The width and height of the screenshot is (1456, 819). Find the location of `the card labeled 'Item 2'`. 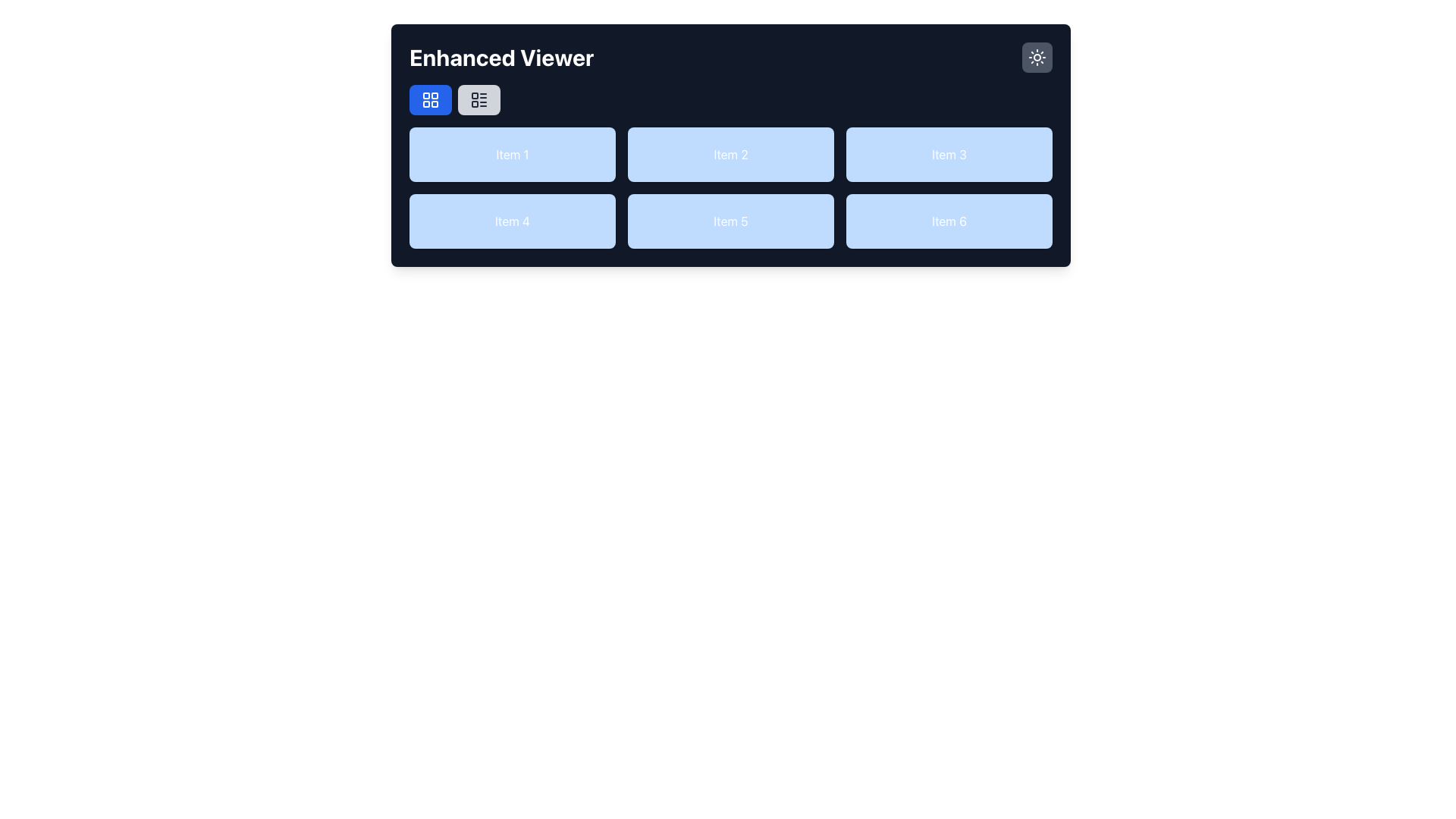

the card labeled 'Item 2' is located at coordinates (731, 146).